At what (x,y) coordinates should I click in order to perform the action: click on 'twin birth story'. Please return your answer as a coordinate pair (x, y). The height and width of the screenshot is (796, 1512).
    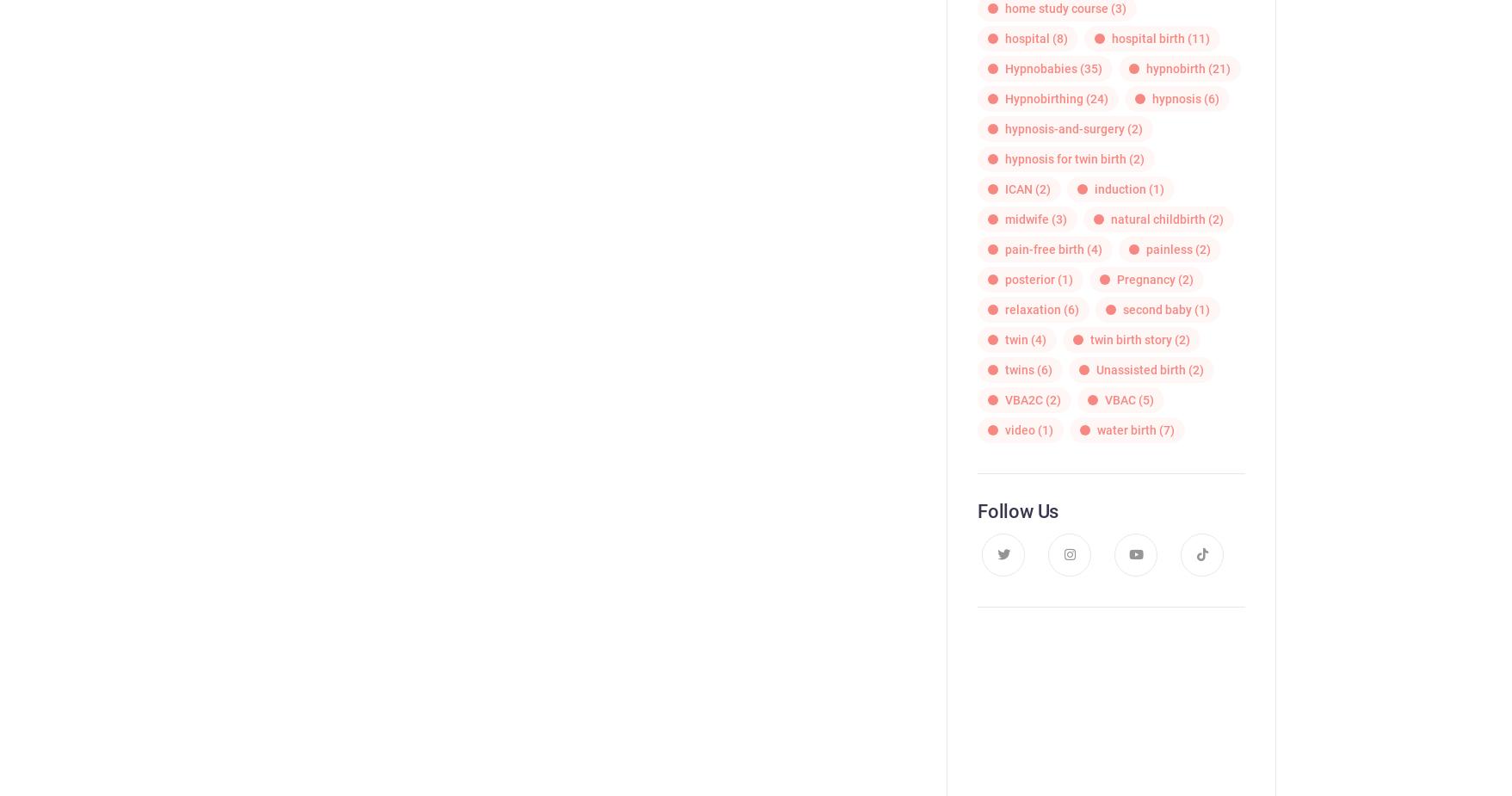
    Looking at the image, I should click on (1131, 337).